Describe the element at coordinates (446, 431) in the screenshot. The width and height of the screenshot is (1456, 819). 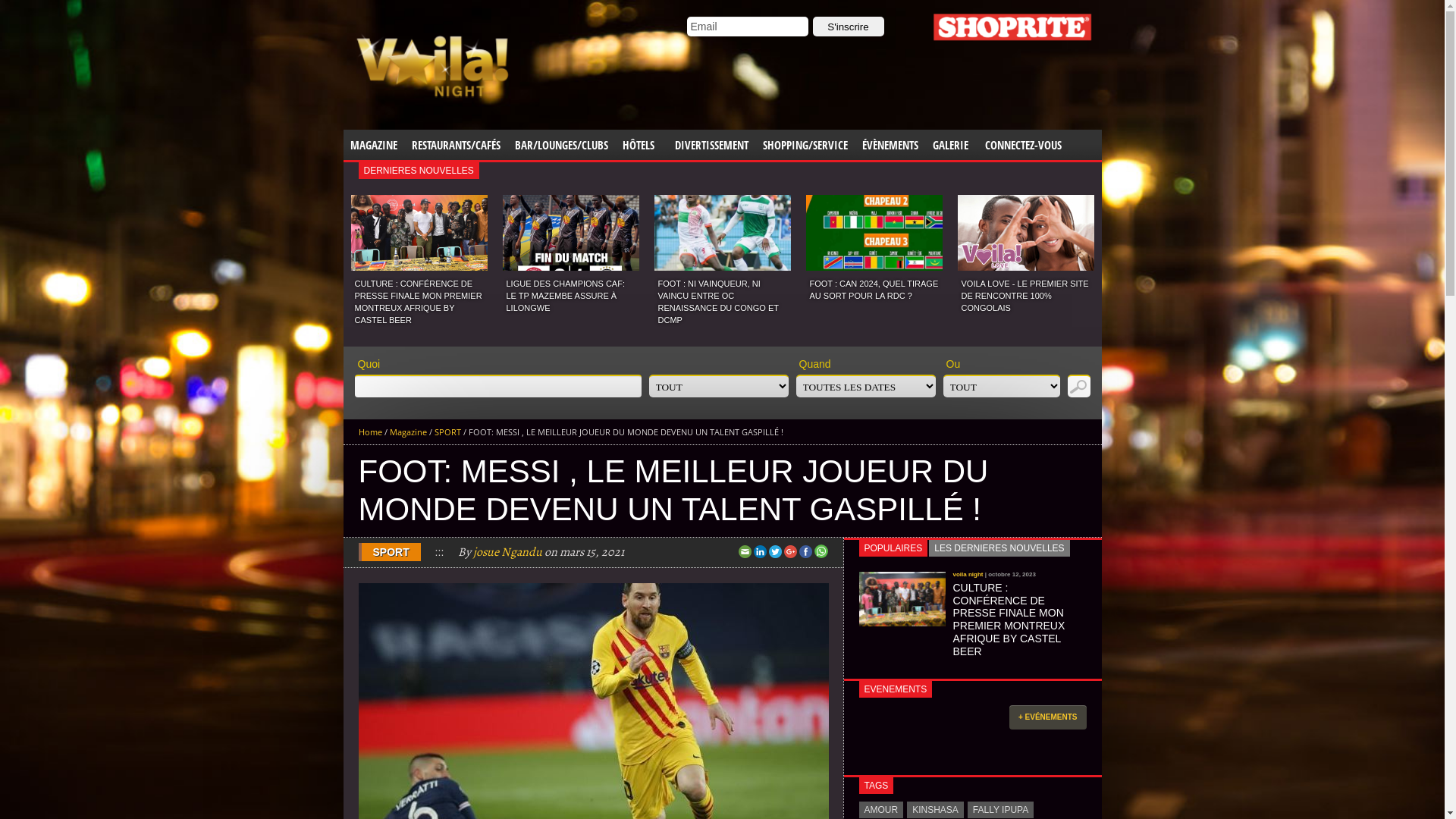
I see `'SPORT'` at that location.